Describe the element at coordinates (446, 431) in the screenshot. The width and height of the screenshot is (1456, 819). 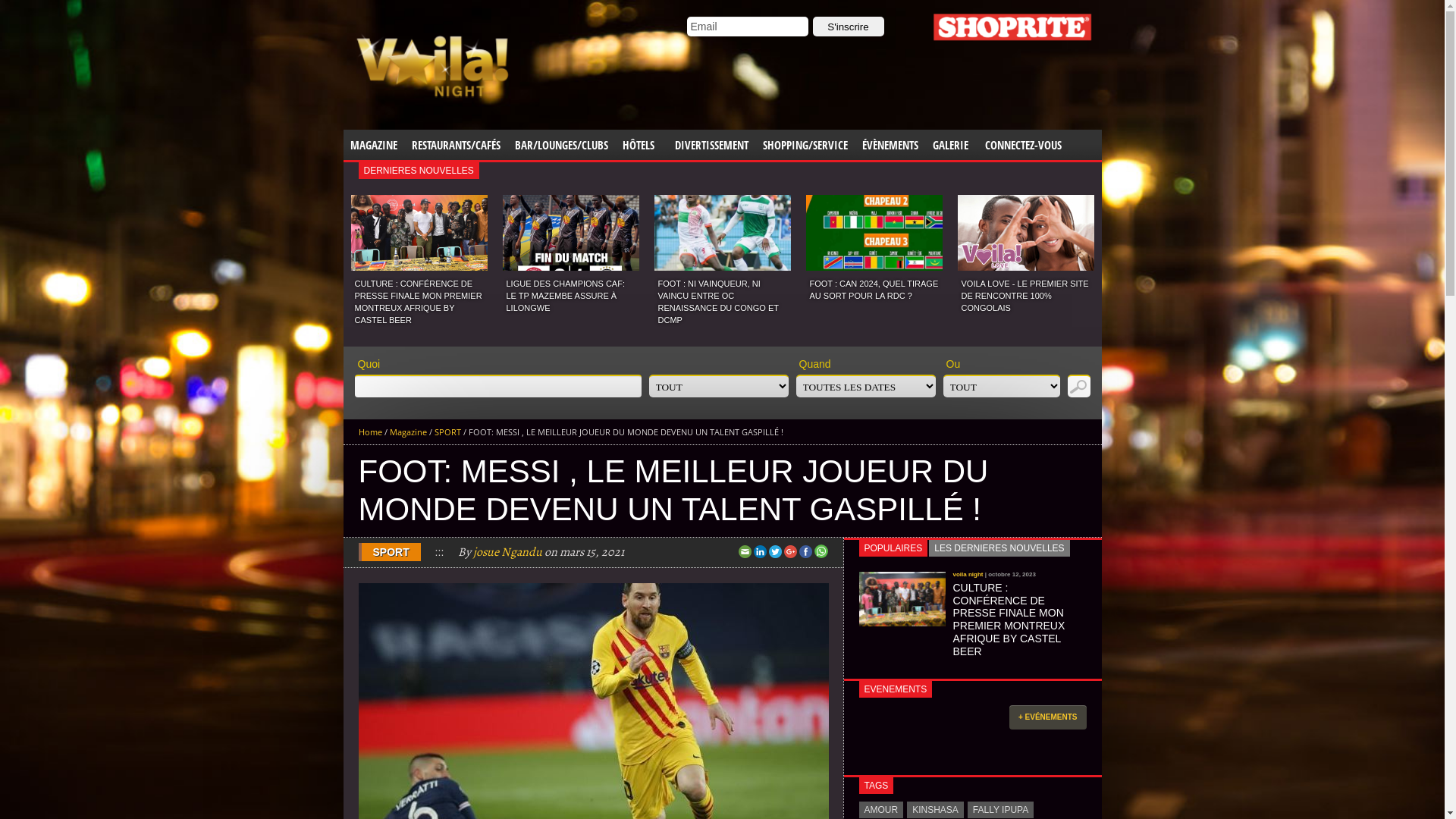
I see `'SPORT'` at that location.